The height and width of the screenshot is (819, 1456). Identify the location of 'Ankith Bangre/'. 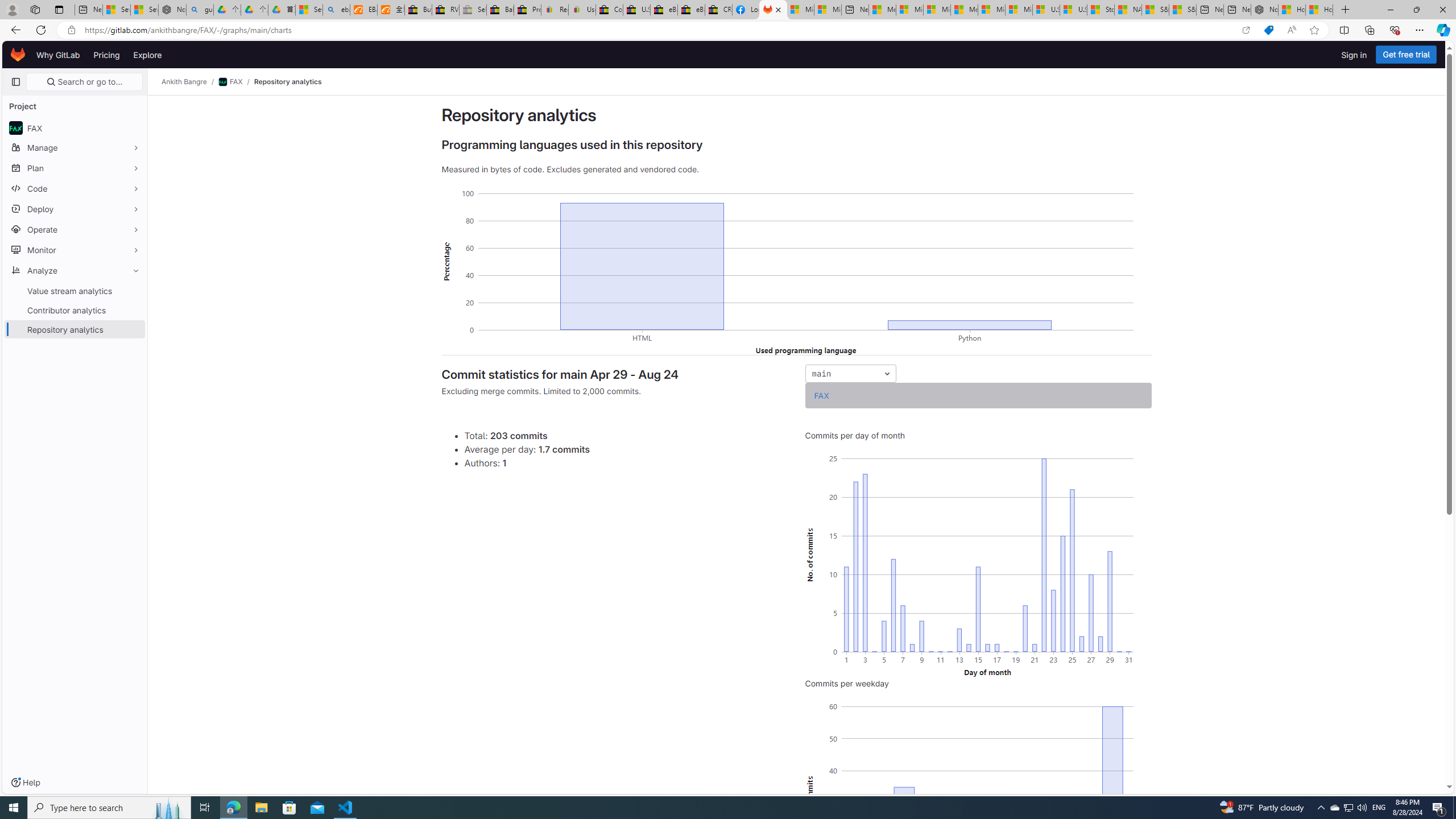
(190, 81).